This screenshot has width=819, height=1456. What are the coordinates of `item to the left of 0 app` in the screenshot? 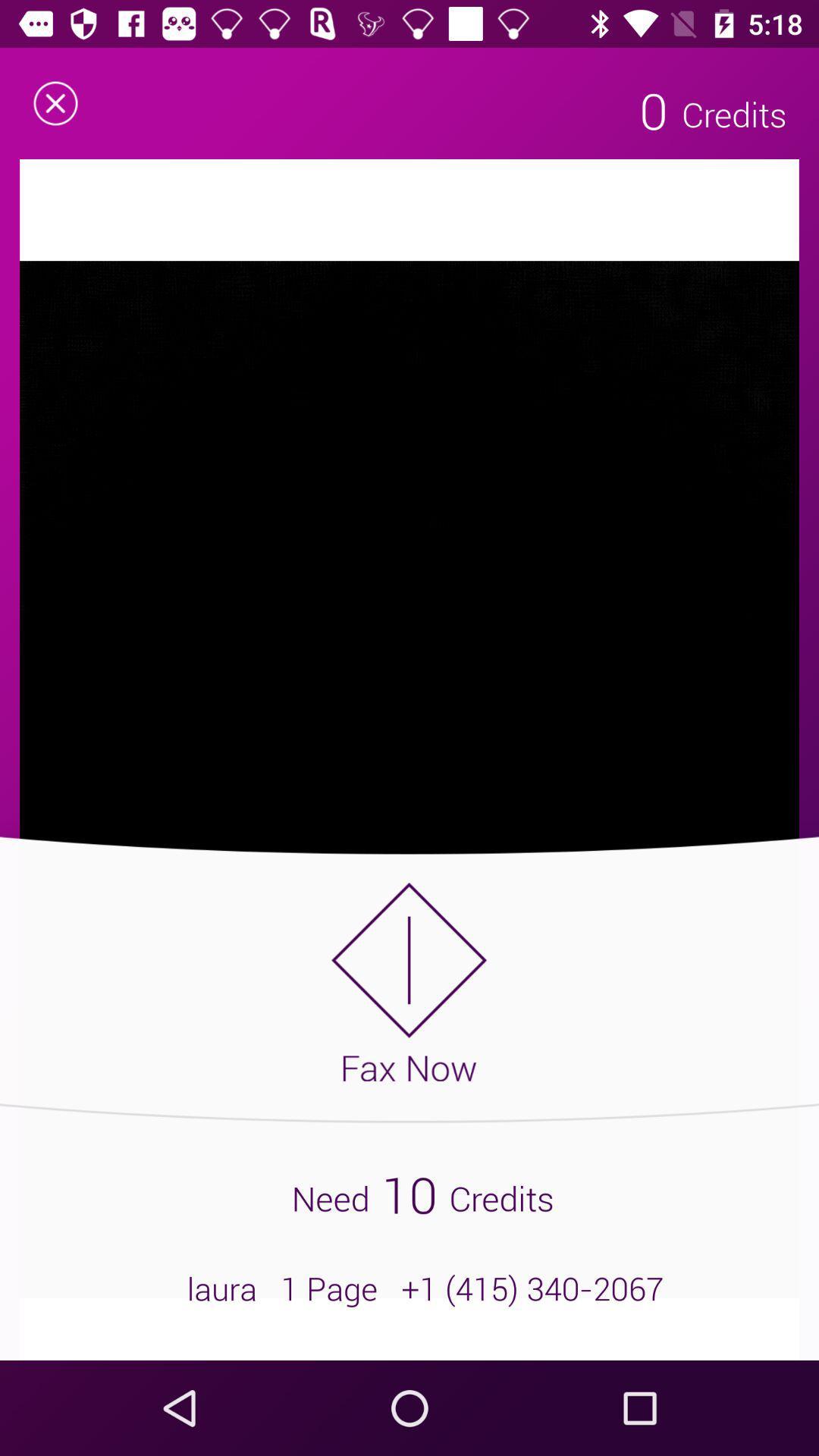 It's located at (55, 102).